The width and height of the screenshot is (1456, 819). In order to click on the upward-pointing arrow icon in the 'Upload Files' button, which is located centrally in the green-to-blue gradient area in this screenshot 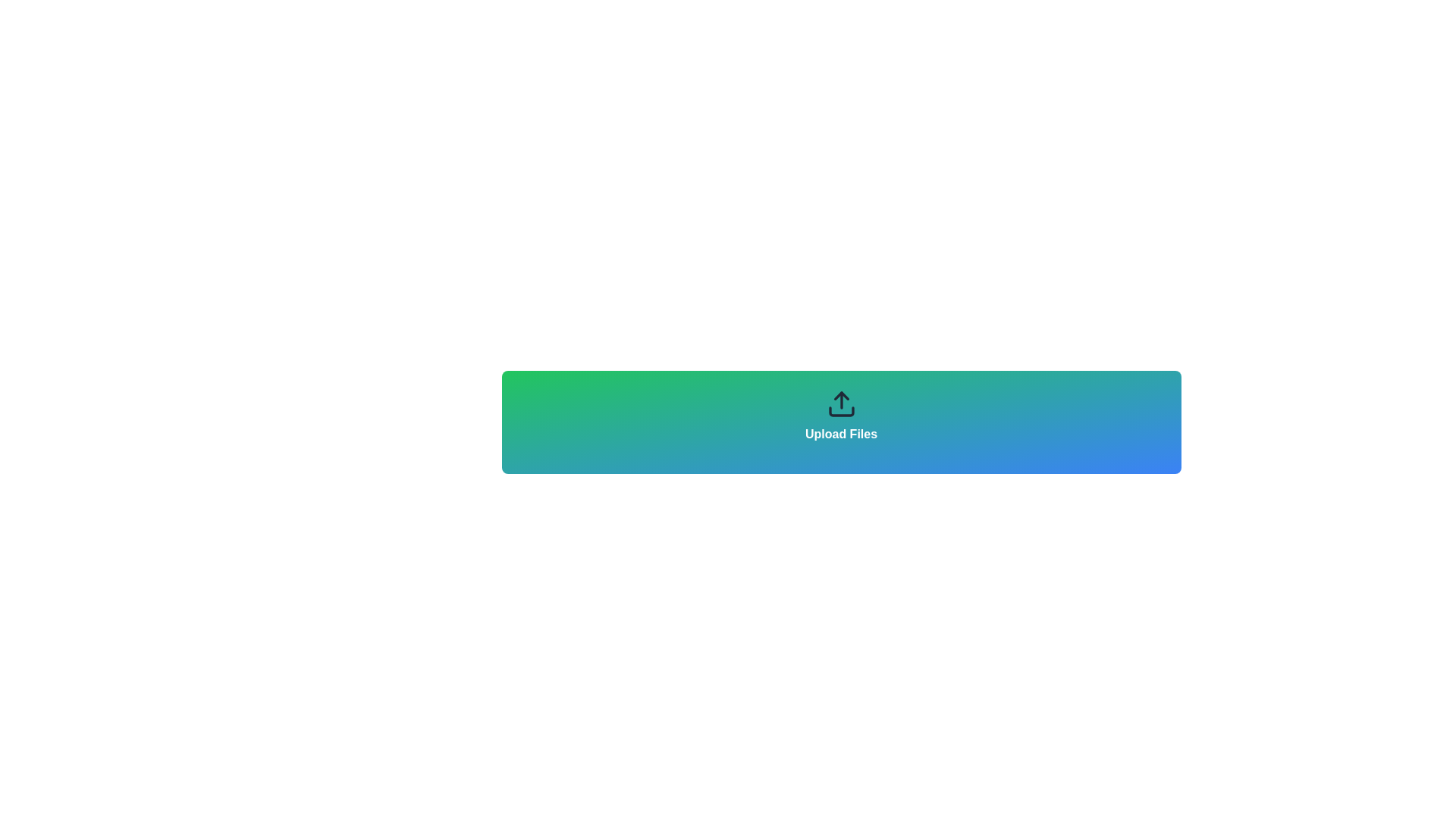, I will do `click(840, 395)`.